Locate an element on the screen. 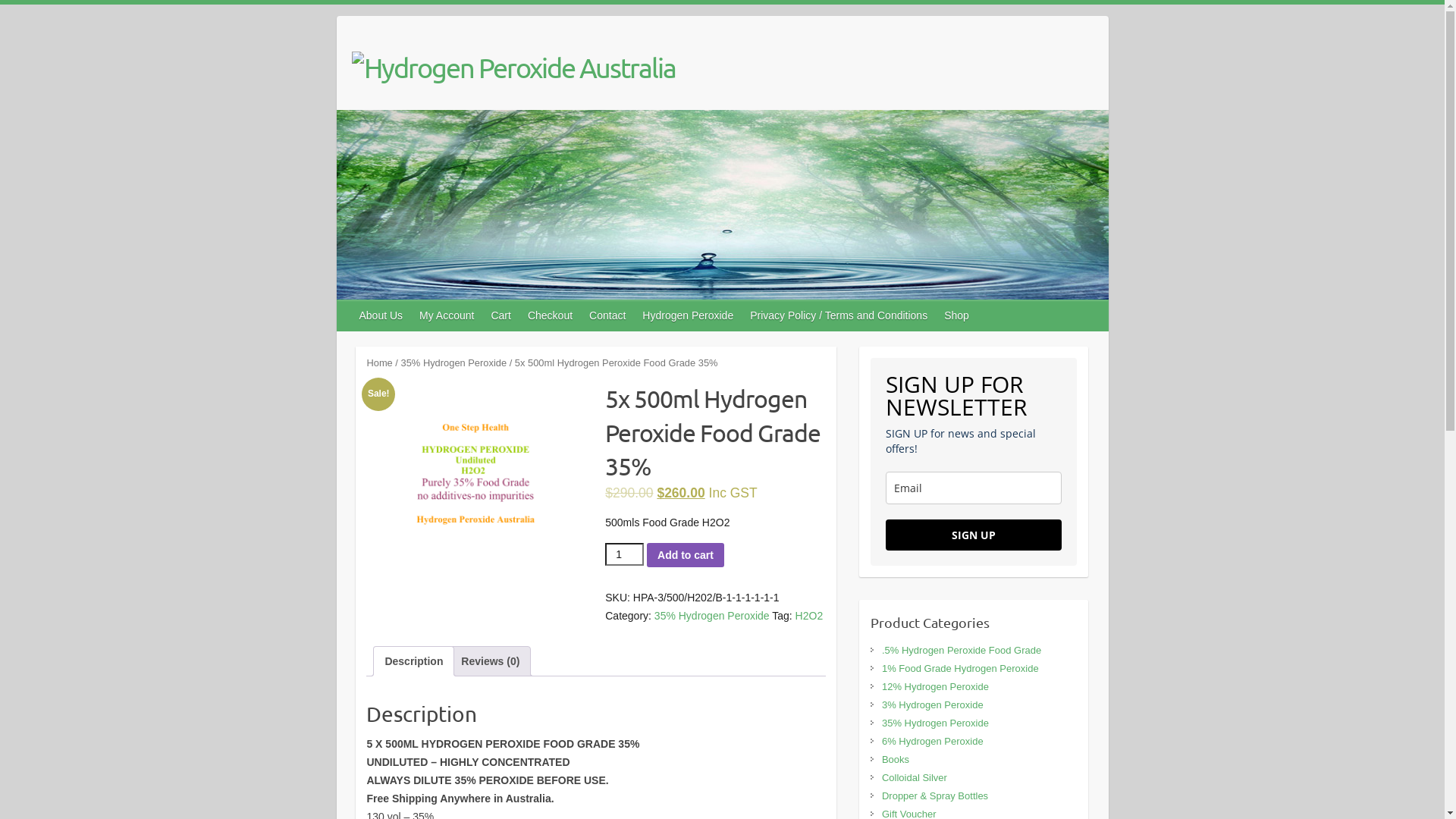 The height and width of the screenshot is (819, 1456). '35% Hydrogen Peroxide' is located at coordinates (934, 722).